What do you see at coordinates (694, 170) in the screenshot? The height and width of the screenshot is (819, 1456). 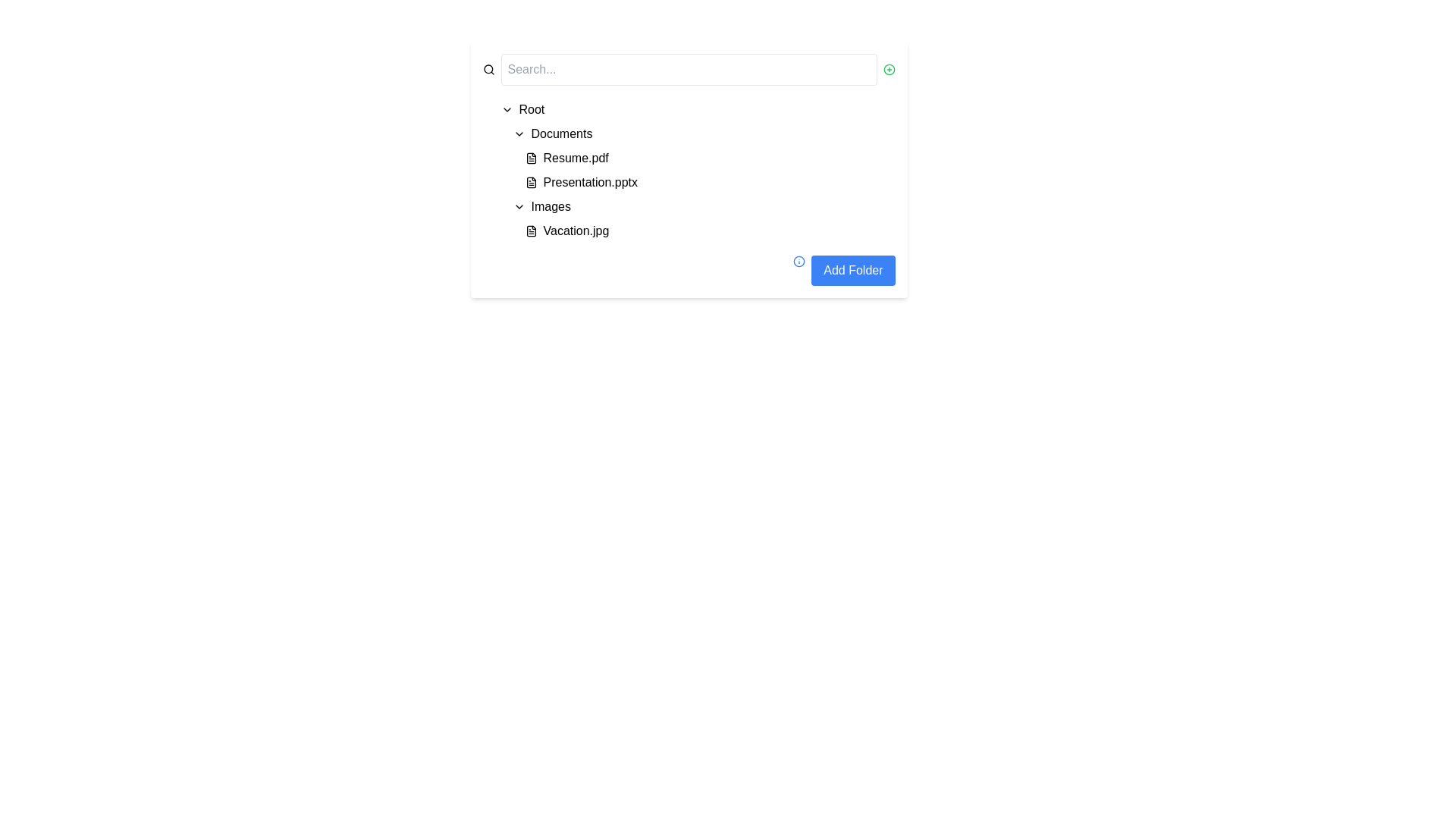 I see `the hierarchical list or tree view component displaying the file structure, including folders like 'Root' and files such as 'Resume.pdf'` at bounding box center [694, 170].